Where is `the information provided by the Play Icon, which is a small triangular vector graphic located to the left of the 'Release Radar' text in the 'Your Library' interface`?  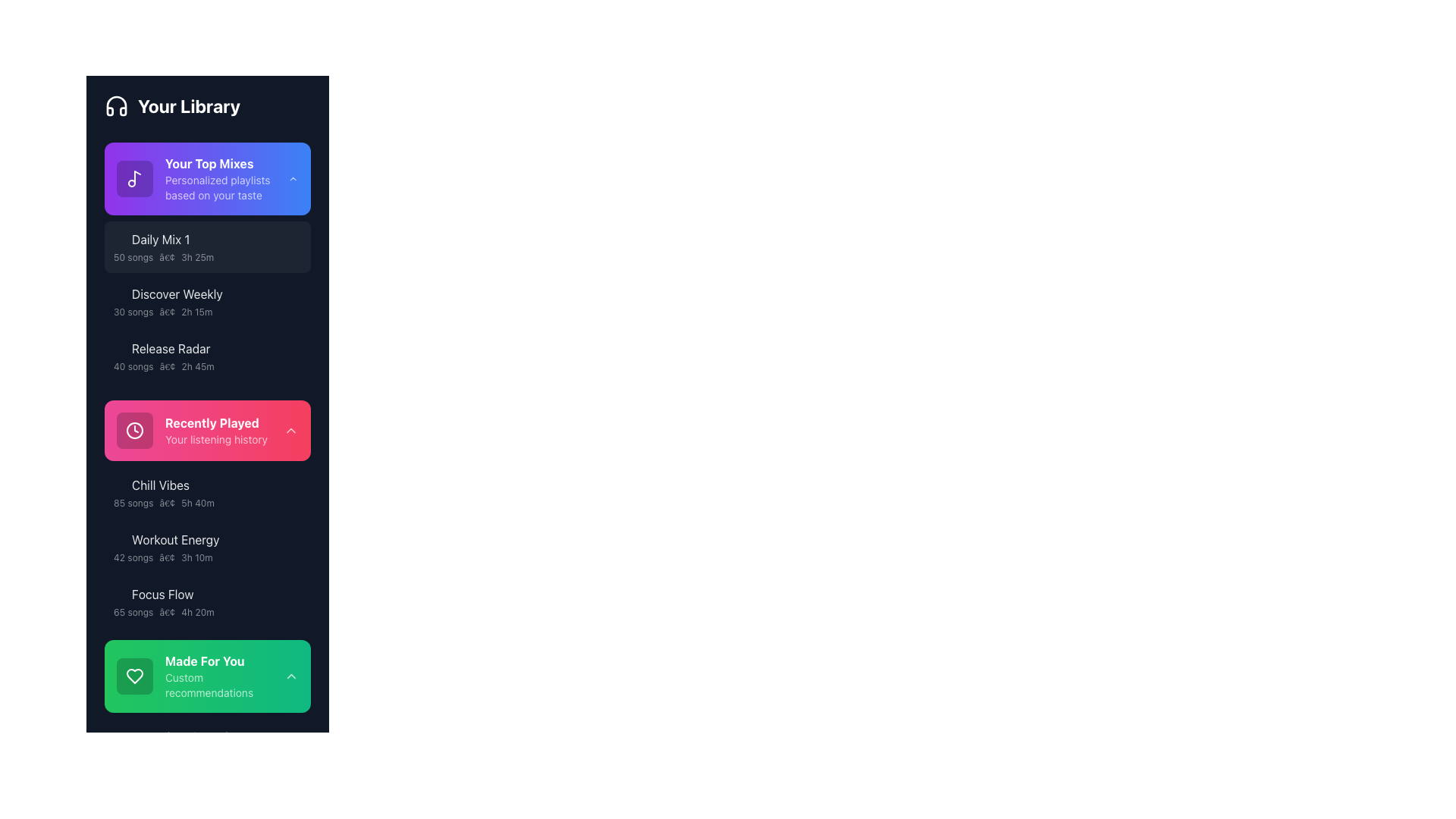 the information provided by the Play Icon, which is a small triangular vector graphic located to the left of the 'Release Radar' text in the 'Your Library' interface is located at coordinates (119, 348).